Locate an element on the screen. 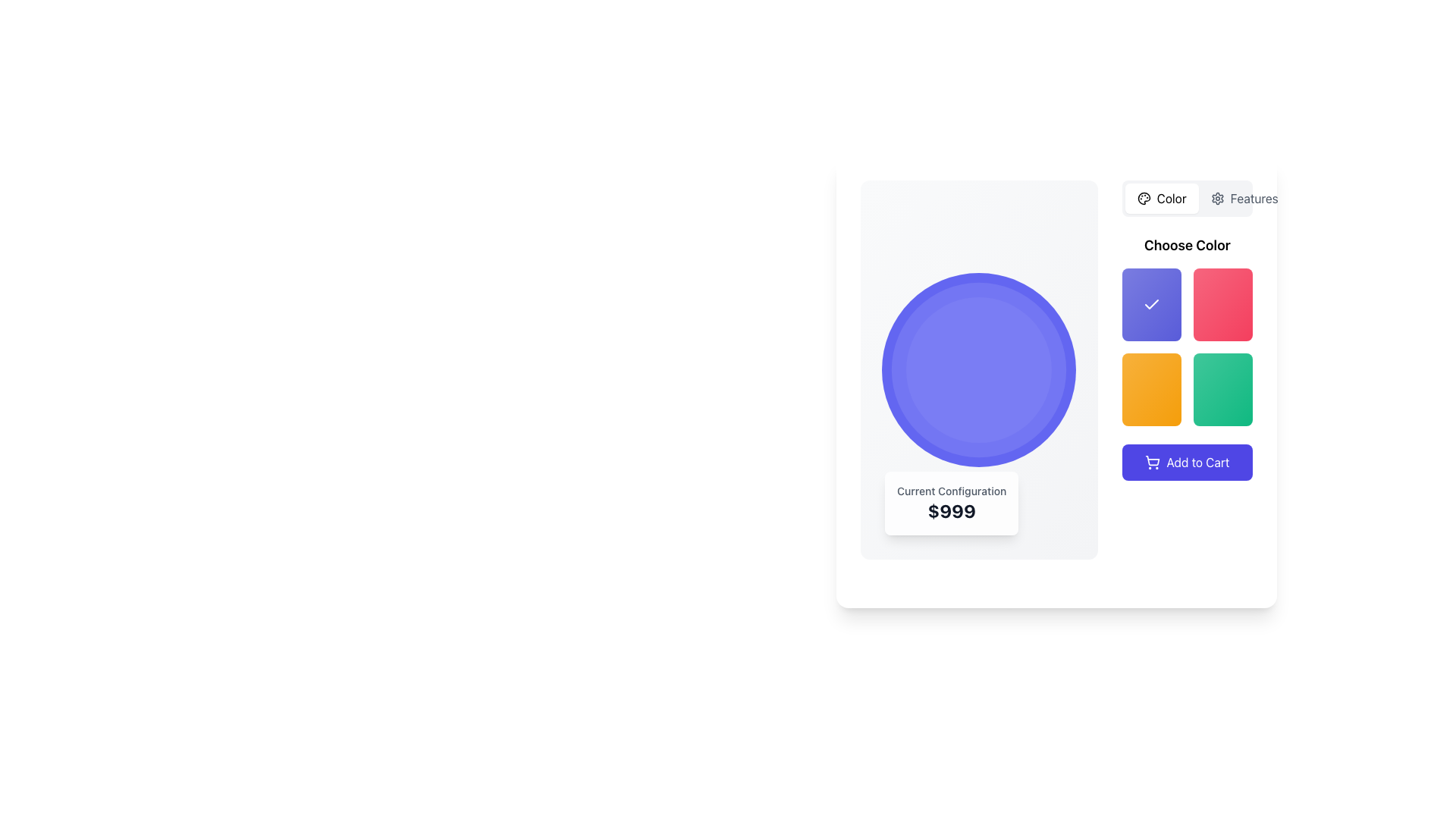 This screenshot has width=1456, height=819. the decorative circular violet disc element located in the center of a section labeled 'Current Configuration' with a price tag '$999' is located at coordinates (979, 370).